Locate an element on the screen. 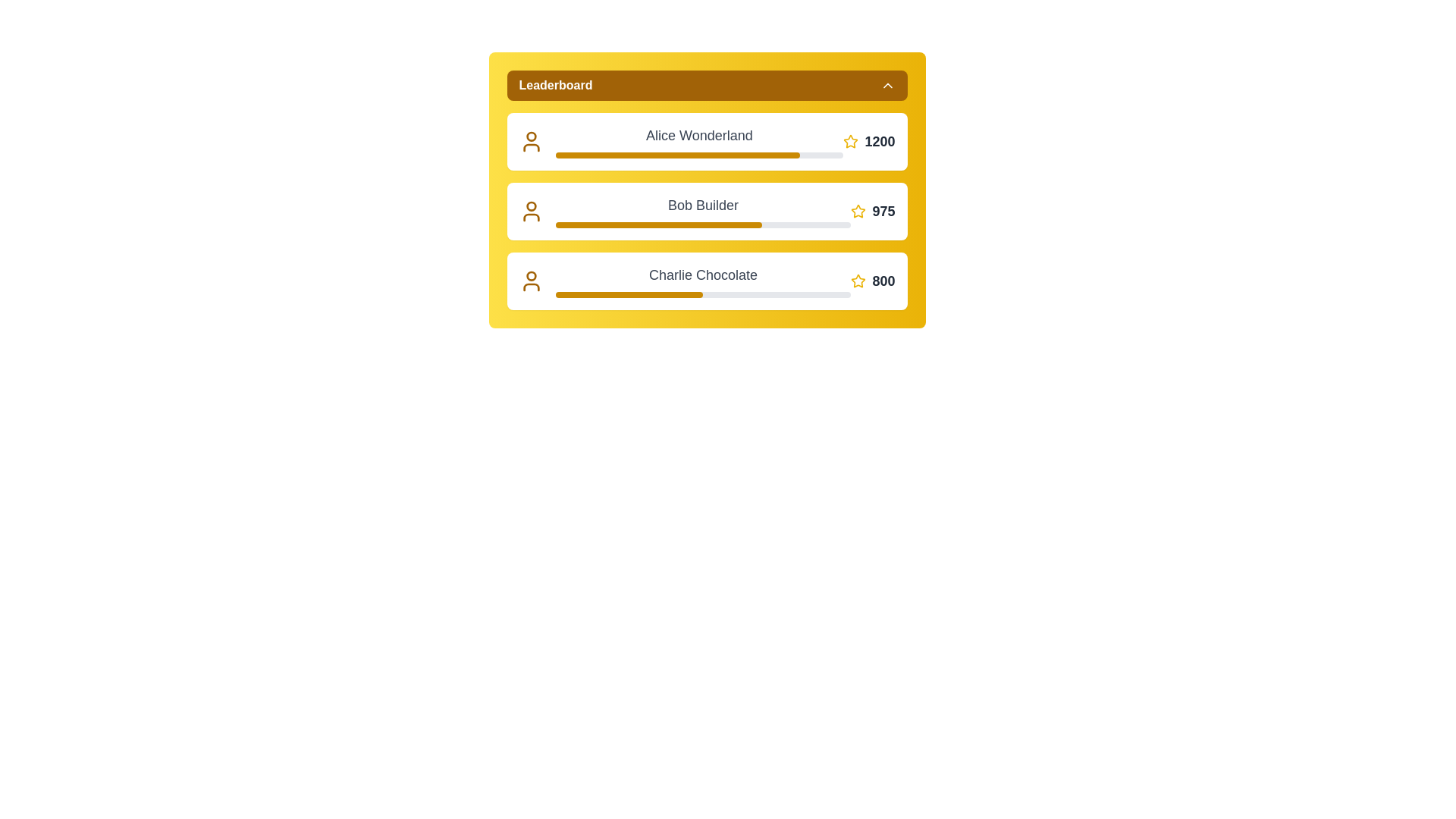  Label displaying the name 'Alice Wonderland' in the top entry of the leaderboard, which is positioned above the numerical value '1200' is located at coordinates (698, 141).